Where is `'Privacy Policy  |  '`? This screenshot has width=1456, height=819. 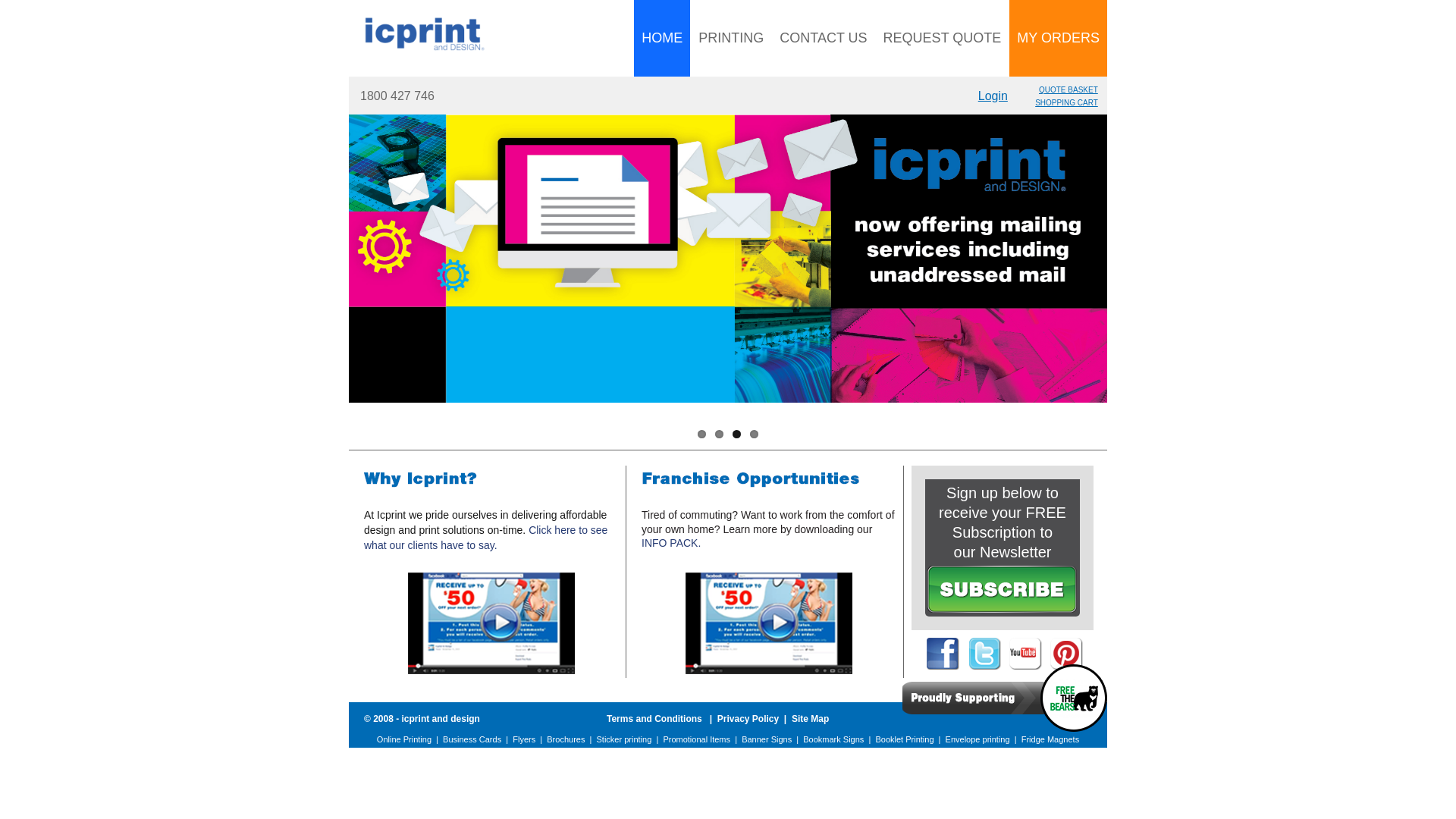 'Privacy Policy  |  ' is located at coordinates (754, 718).